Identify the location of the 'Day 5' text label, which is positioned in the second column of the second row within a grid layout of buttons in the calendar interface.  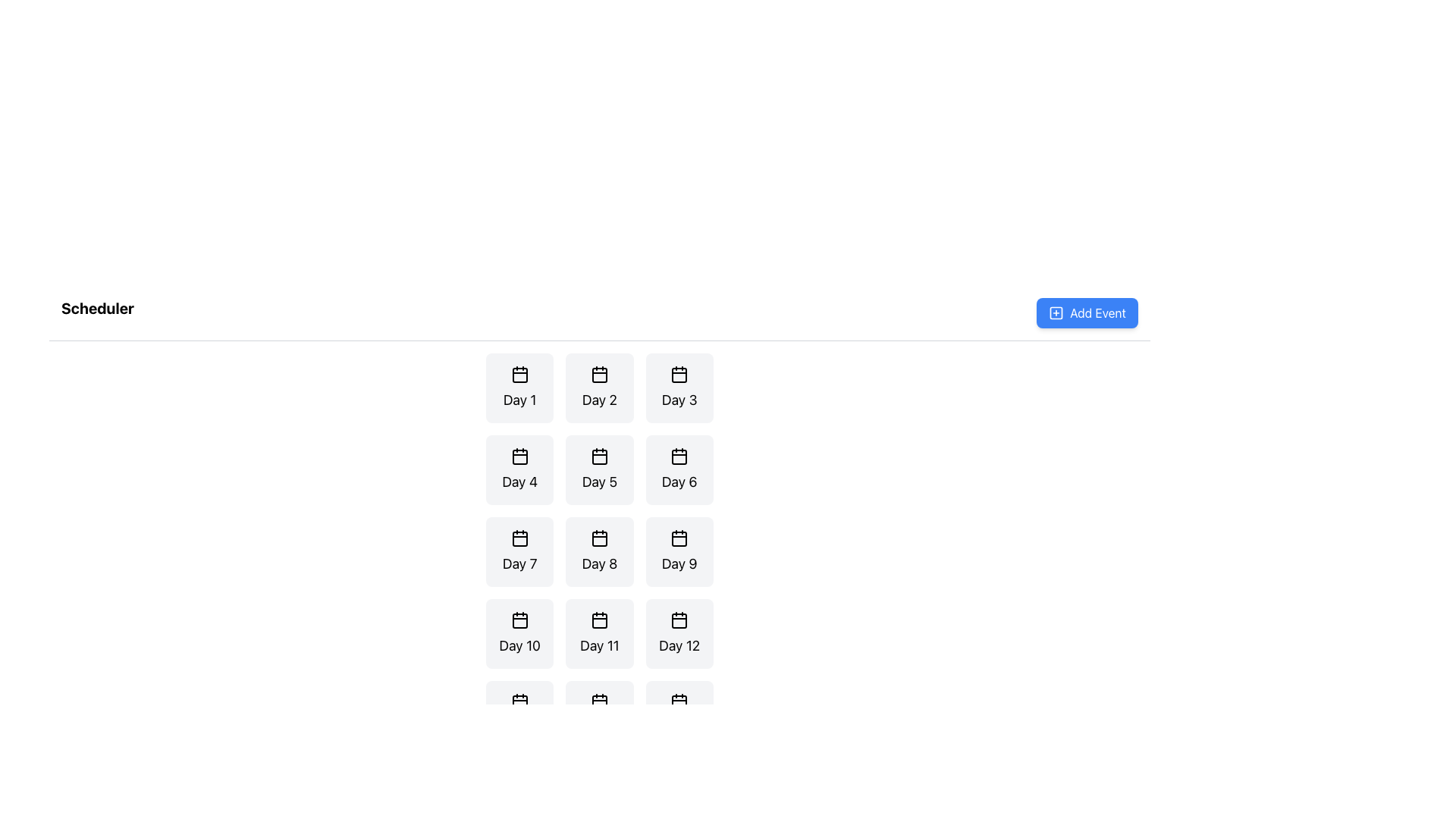
(599, 482).